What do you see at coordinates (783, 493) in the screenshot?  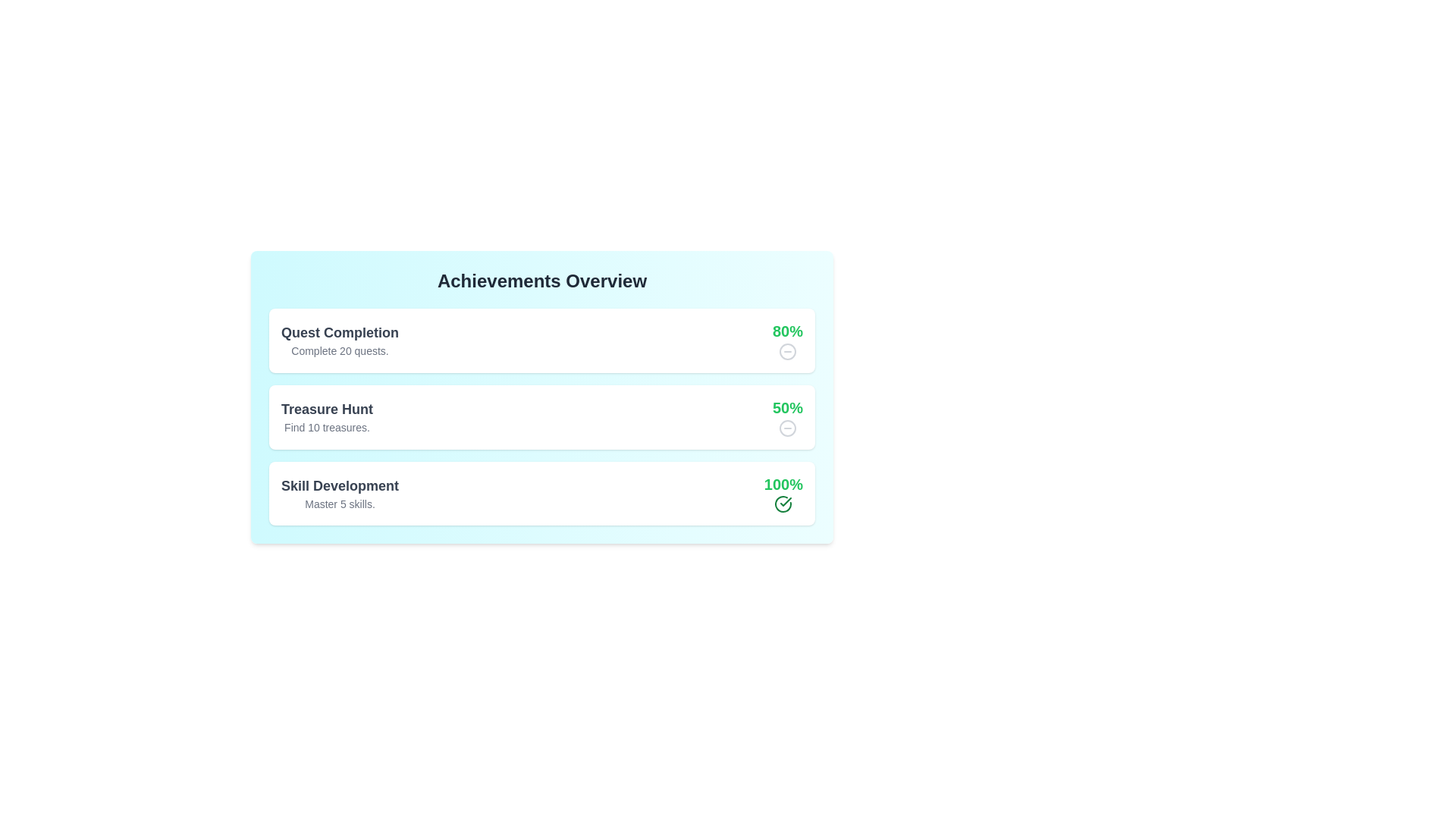 I see `the graphical label indicating task completion with '100%' and a green checkmark, located in the bottom-right corner of the 'Skill Development' card` at bounding box center [783, 493].